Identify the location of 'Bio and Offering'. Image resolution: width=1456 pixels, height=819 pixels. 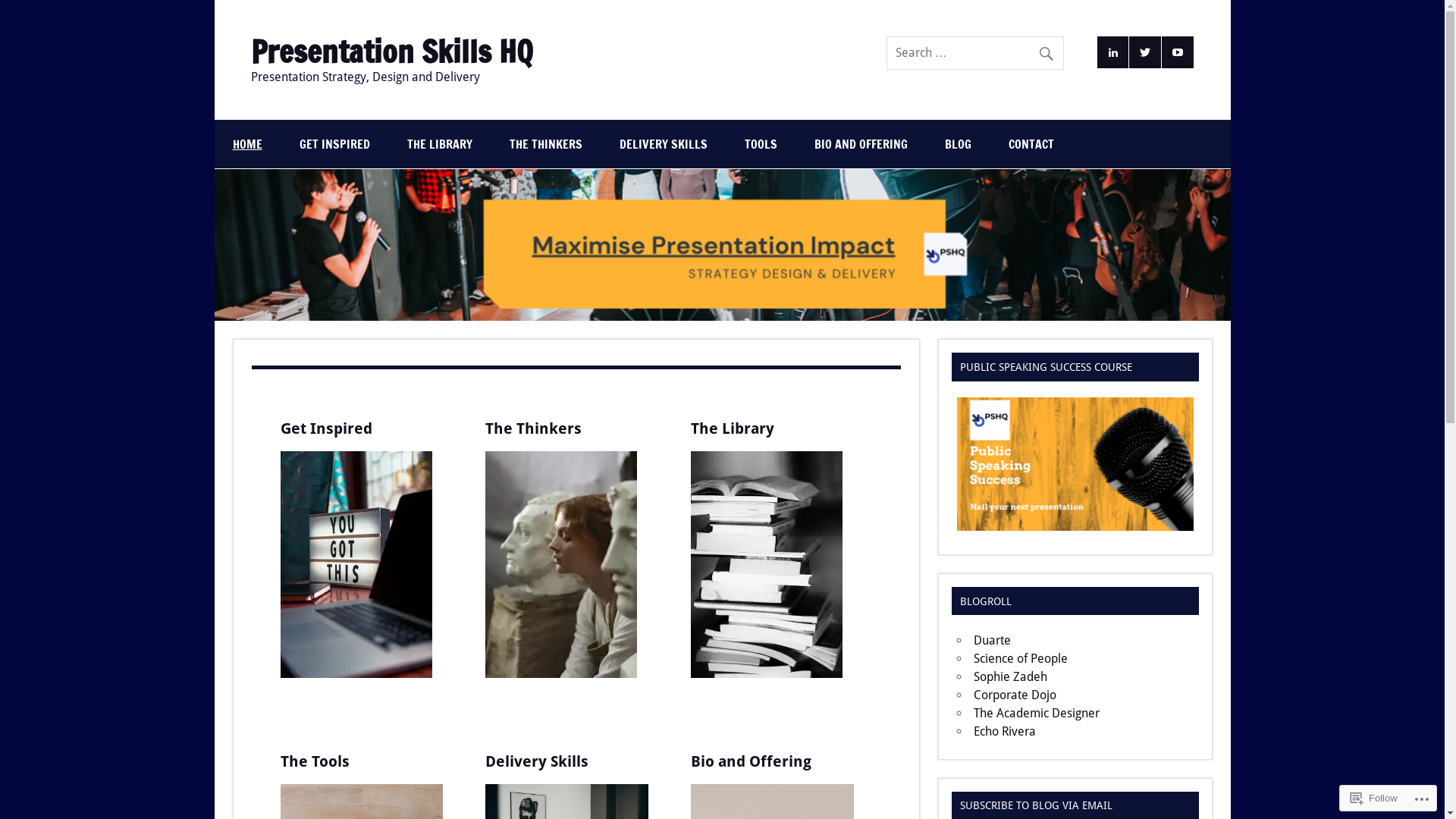
(751, 761).